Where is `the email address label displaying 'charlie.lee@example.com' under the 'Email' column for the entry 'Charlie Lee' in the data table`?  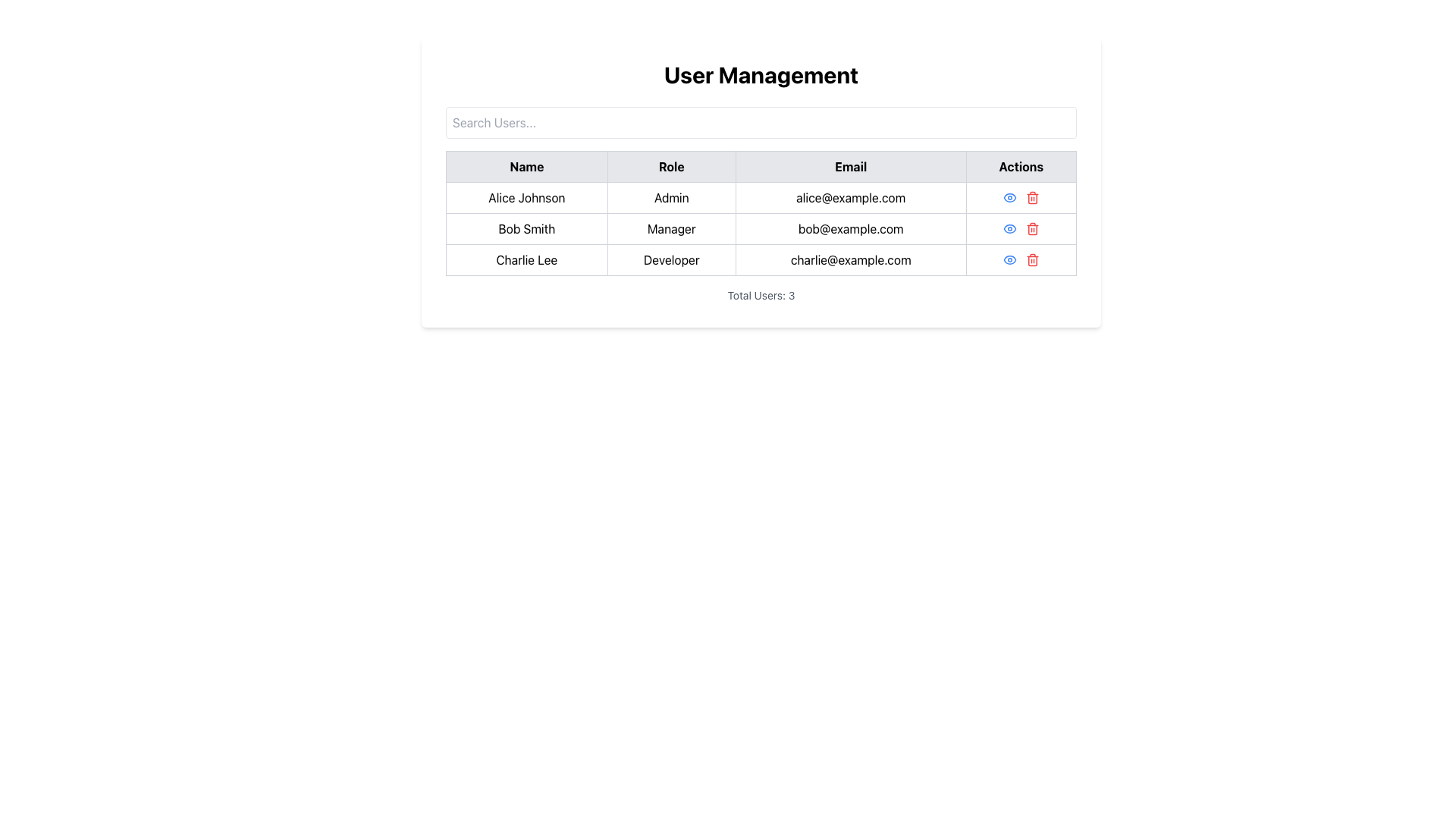 the email address label displaying 'charlie.lee@example.com' under the 'Email' column for the entry 'Charlie Lee' in the data table is located at coordinates (851, 259).